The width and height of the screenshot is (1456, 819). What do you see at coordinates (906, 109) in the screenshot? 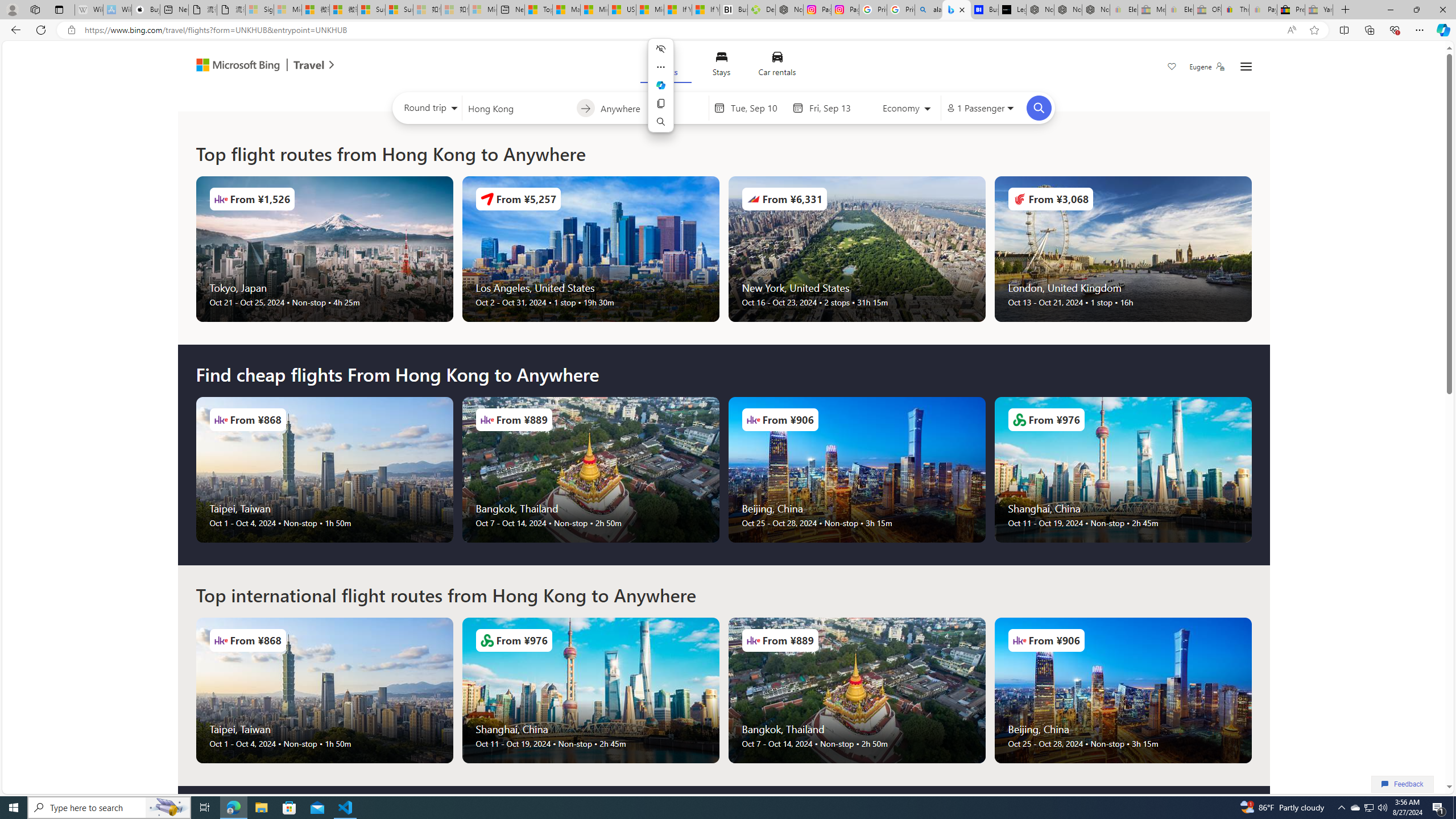
I see `'Select class of service'` at bounding box center [906, 109].